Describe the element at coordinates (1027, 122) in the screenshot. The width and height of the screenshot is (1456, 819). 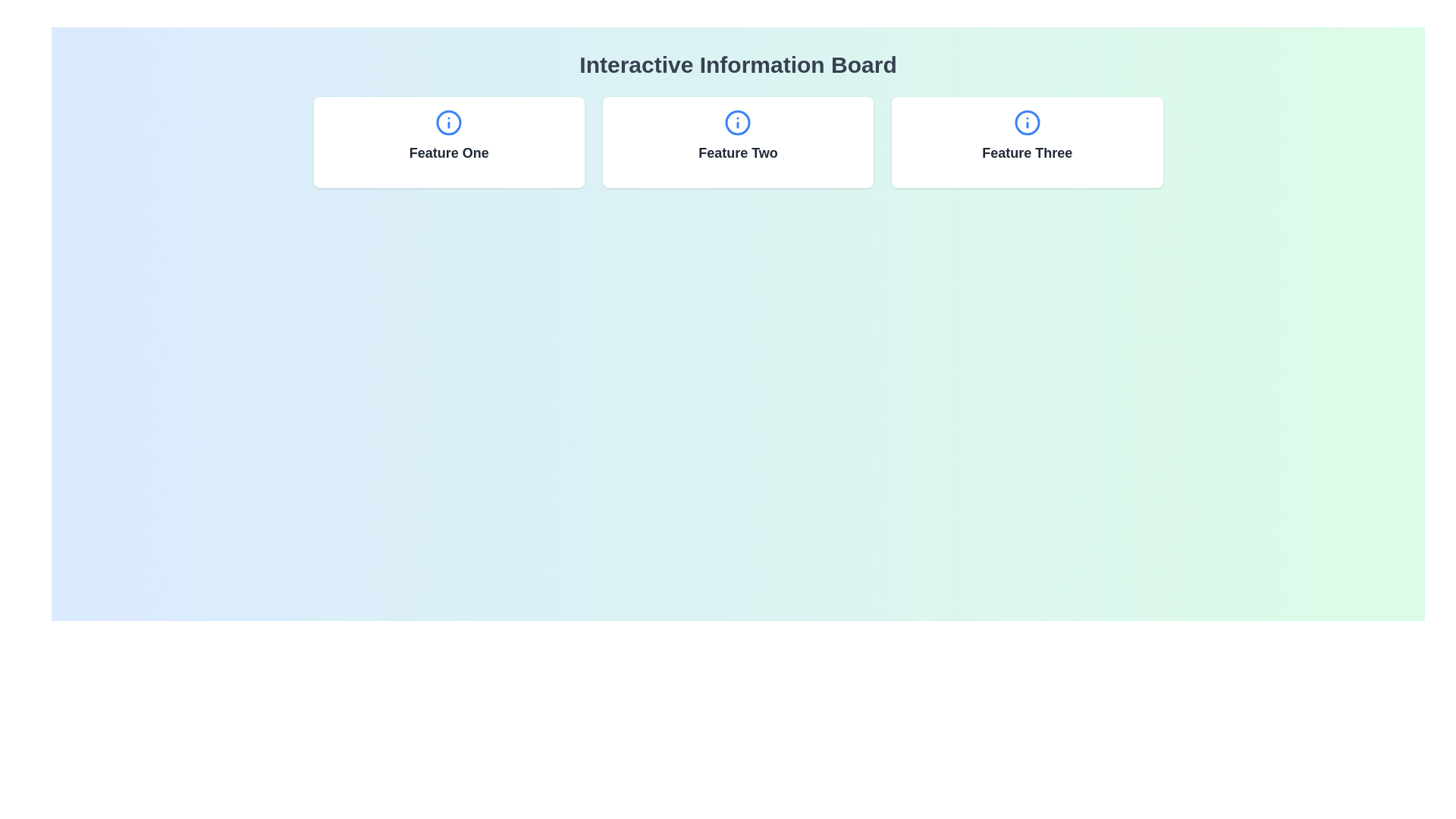
I see `the circular information icon with a blue outline and a centered lowercase 'i' symbol, located above the text 'Feature Three' in the third panel` at that location.